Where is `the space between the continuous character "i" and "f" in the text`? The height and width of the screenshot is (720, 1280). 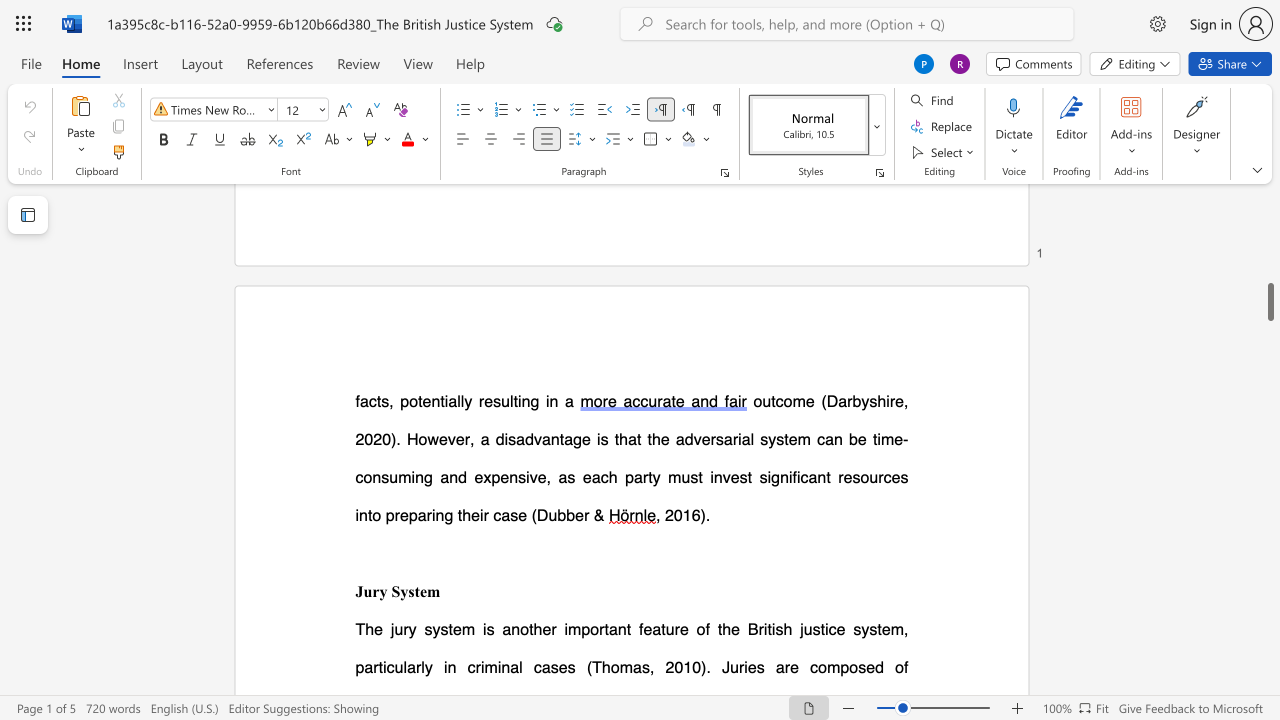
the space between the continuous character "i" and "f" in the text is located at coordinates (791, 477).